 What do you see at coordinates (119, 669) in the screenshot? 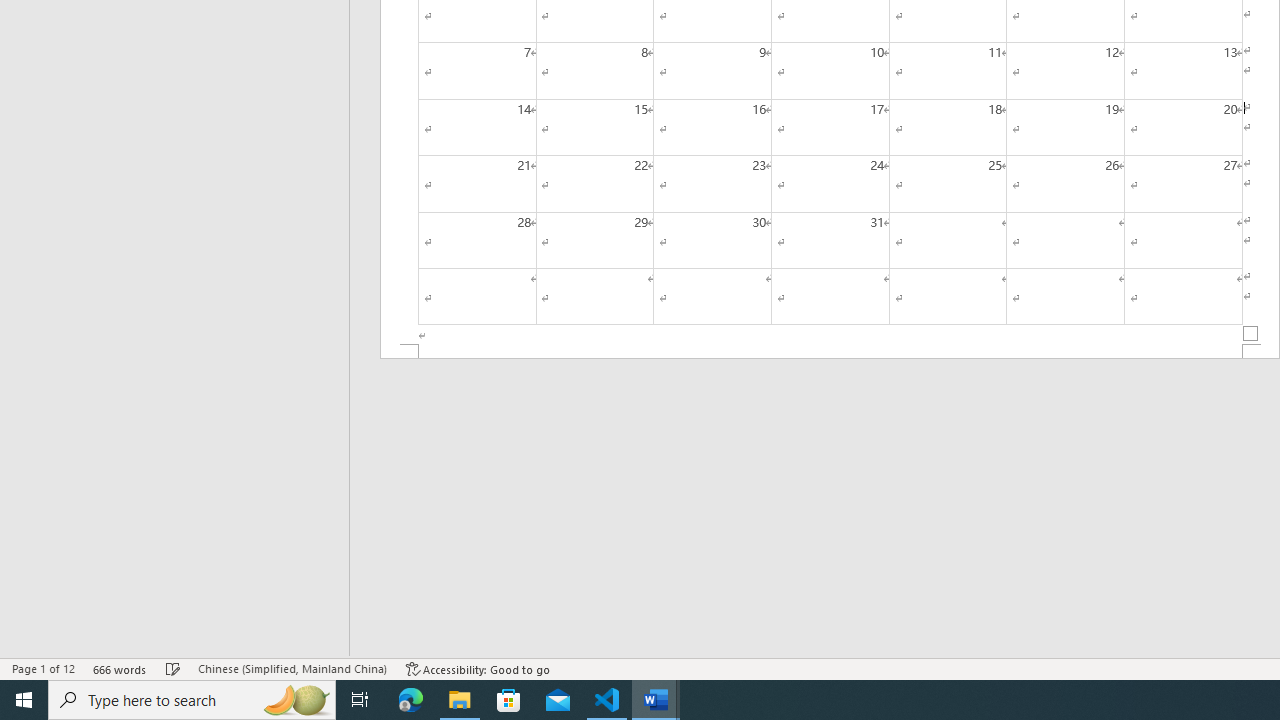
I see `'Word Count 666 words'` at bounding box center [119, 669].